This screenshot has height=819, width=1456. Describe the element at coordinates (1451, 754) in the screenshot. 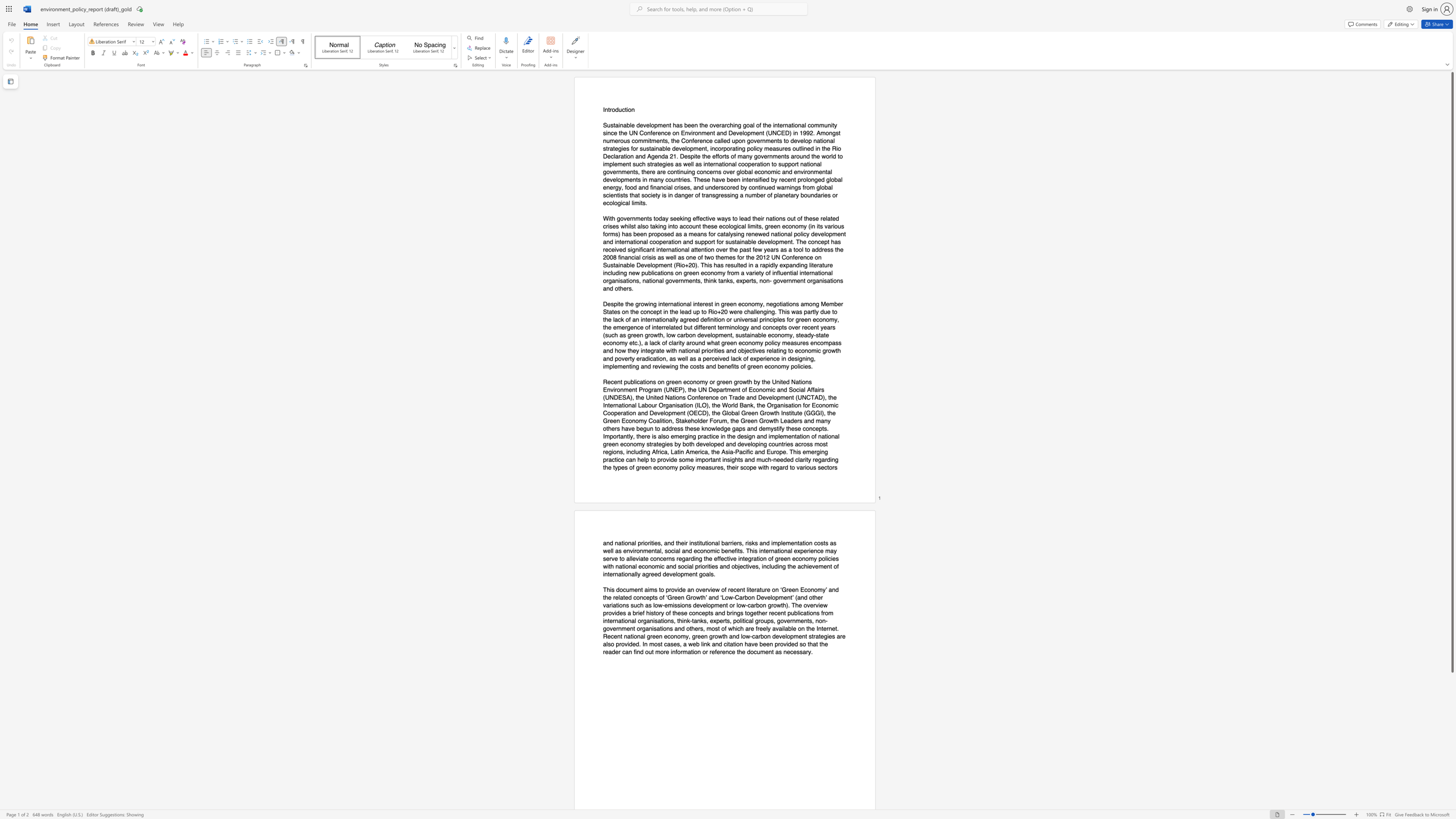

I see `the scrollbar to move the view down` at that location.